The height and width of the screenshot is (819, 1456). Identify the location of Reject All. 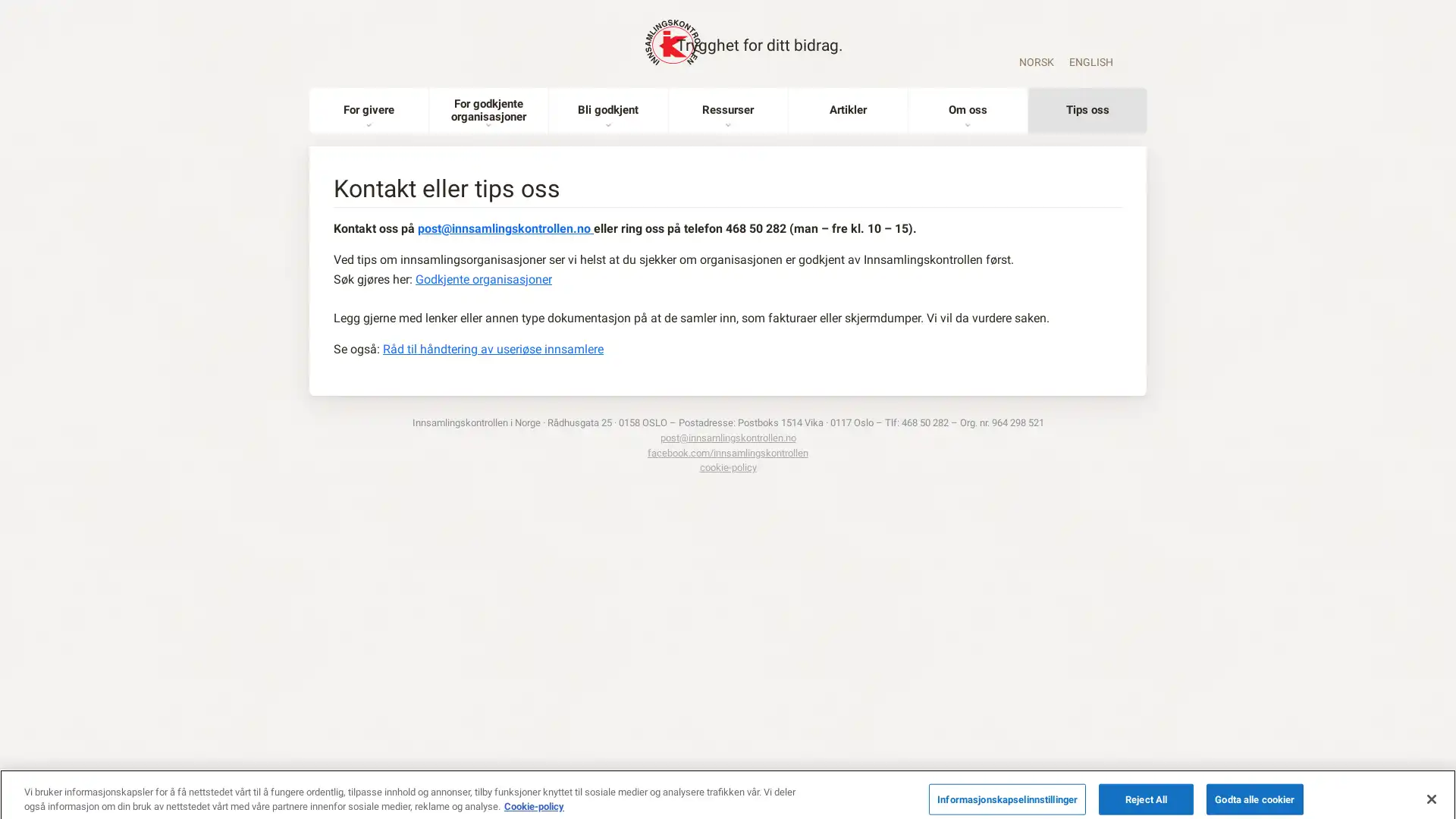
(1146, 786).